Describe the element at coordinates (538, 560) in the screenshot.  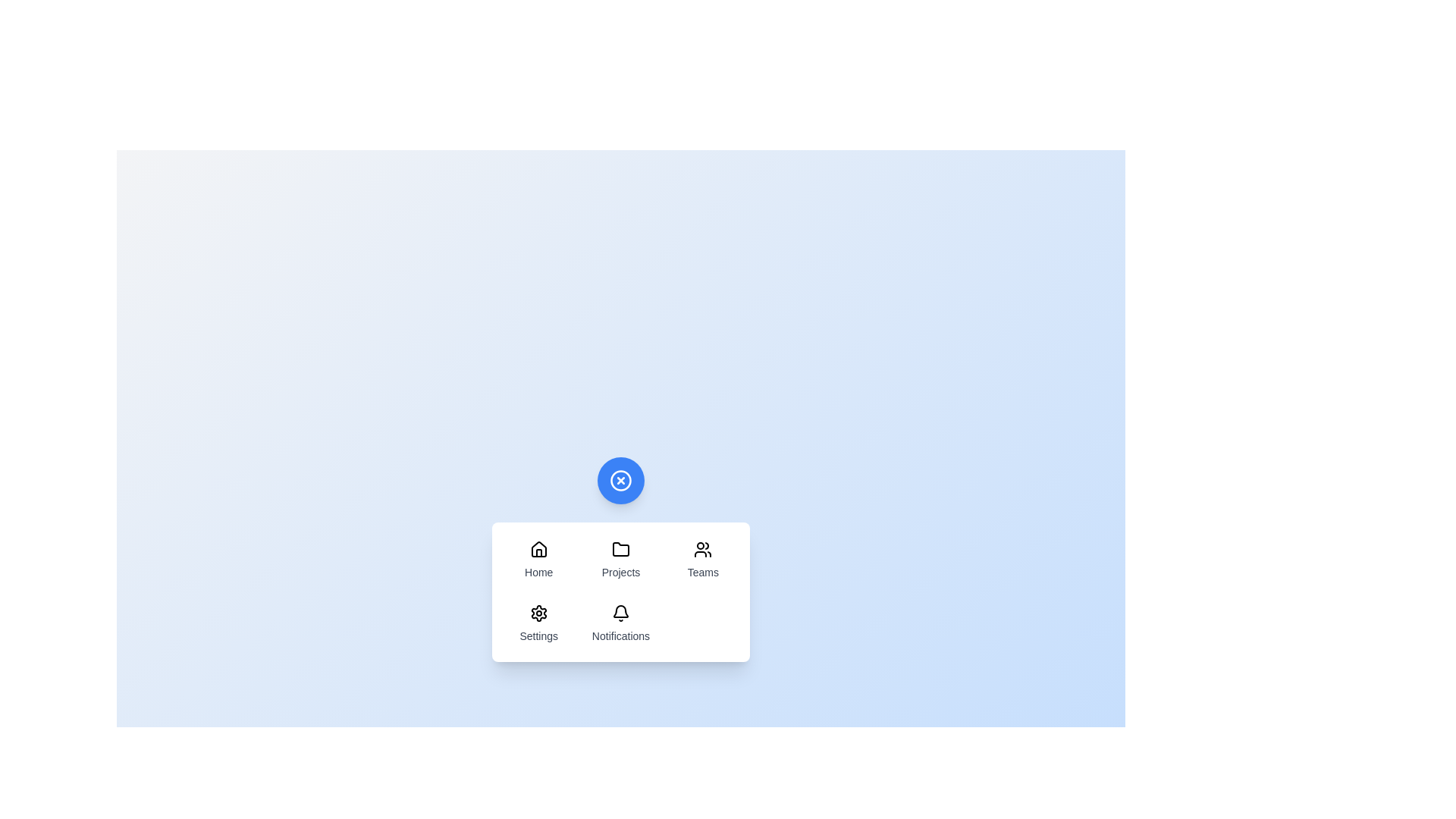
I see `the menu item labeled Home to highlight it` at that location.